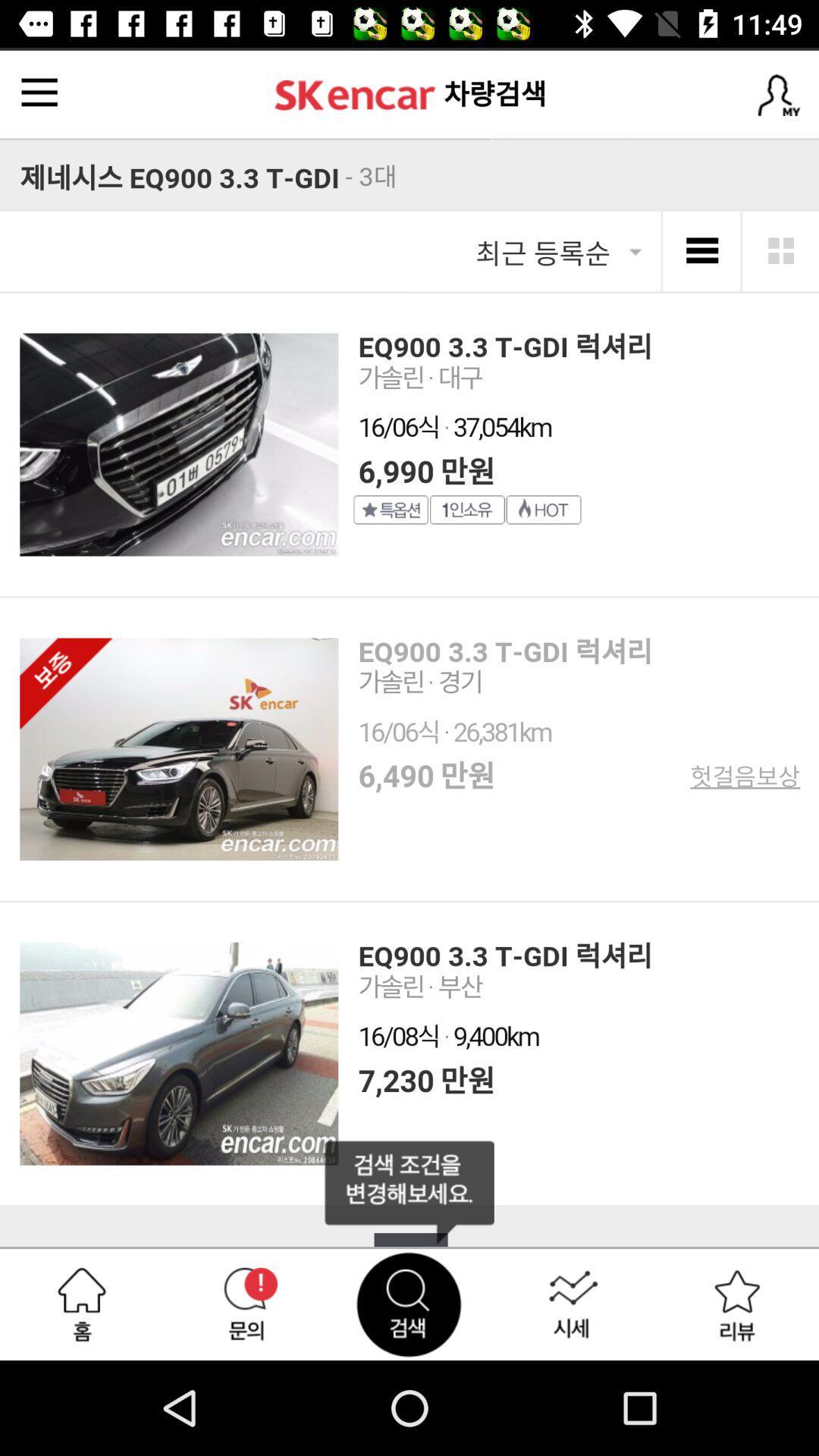  Describe the element at coordinates (409, 1191) in the screenshot. I see `the book icon` at that location.